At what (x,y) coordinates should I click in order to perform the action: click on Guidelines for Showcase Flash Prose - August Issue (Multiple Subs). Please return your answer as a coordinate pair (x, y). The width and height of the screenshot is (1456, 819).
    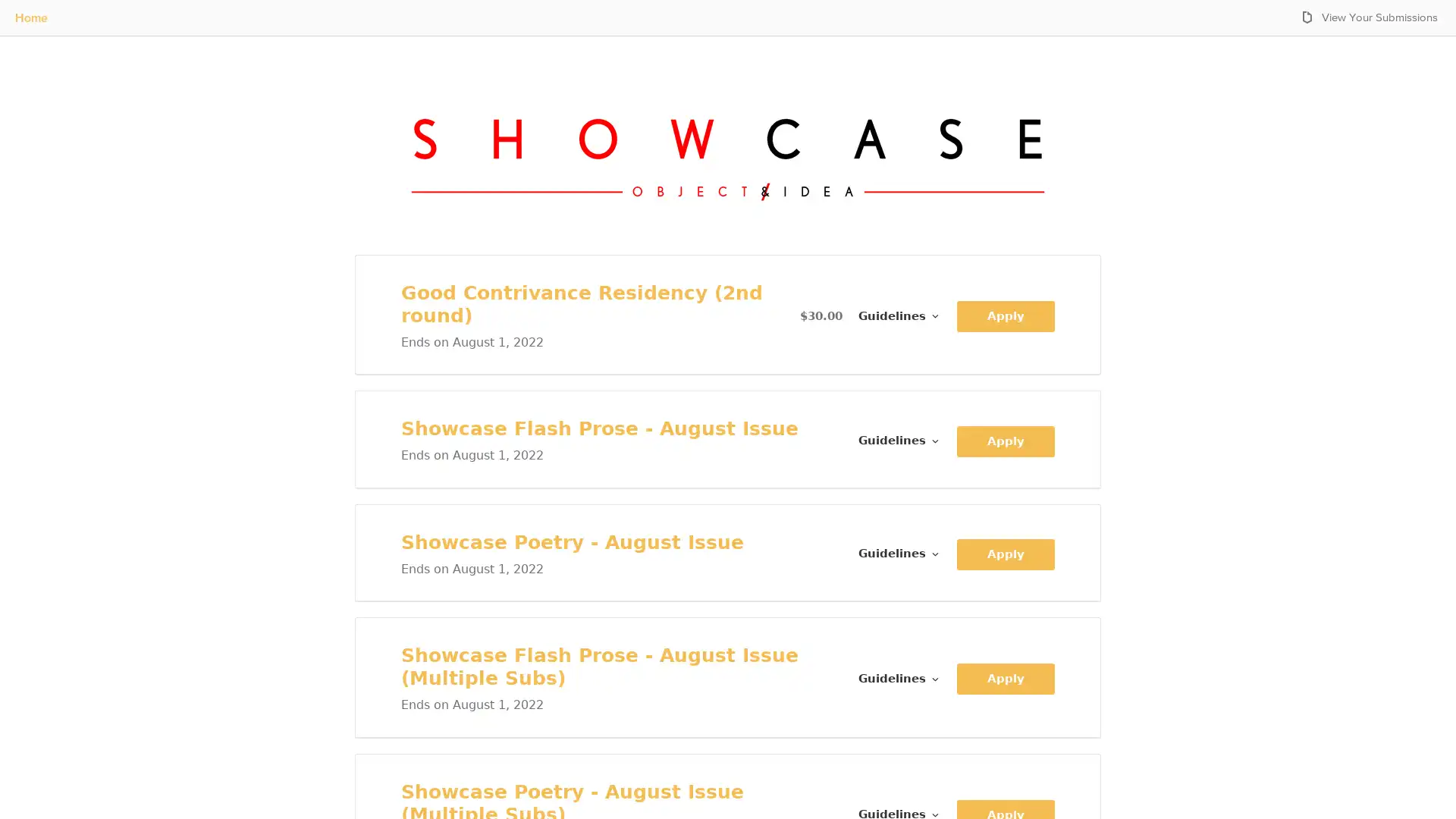
    Looking at the image, I should click on (899, 677).